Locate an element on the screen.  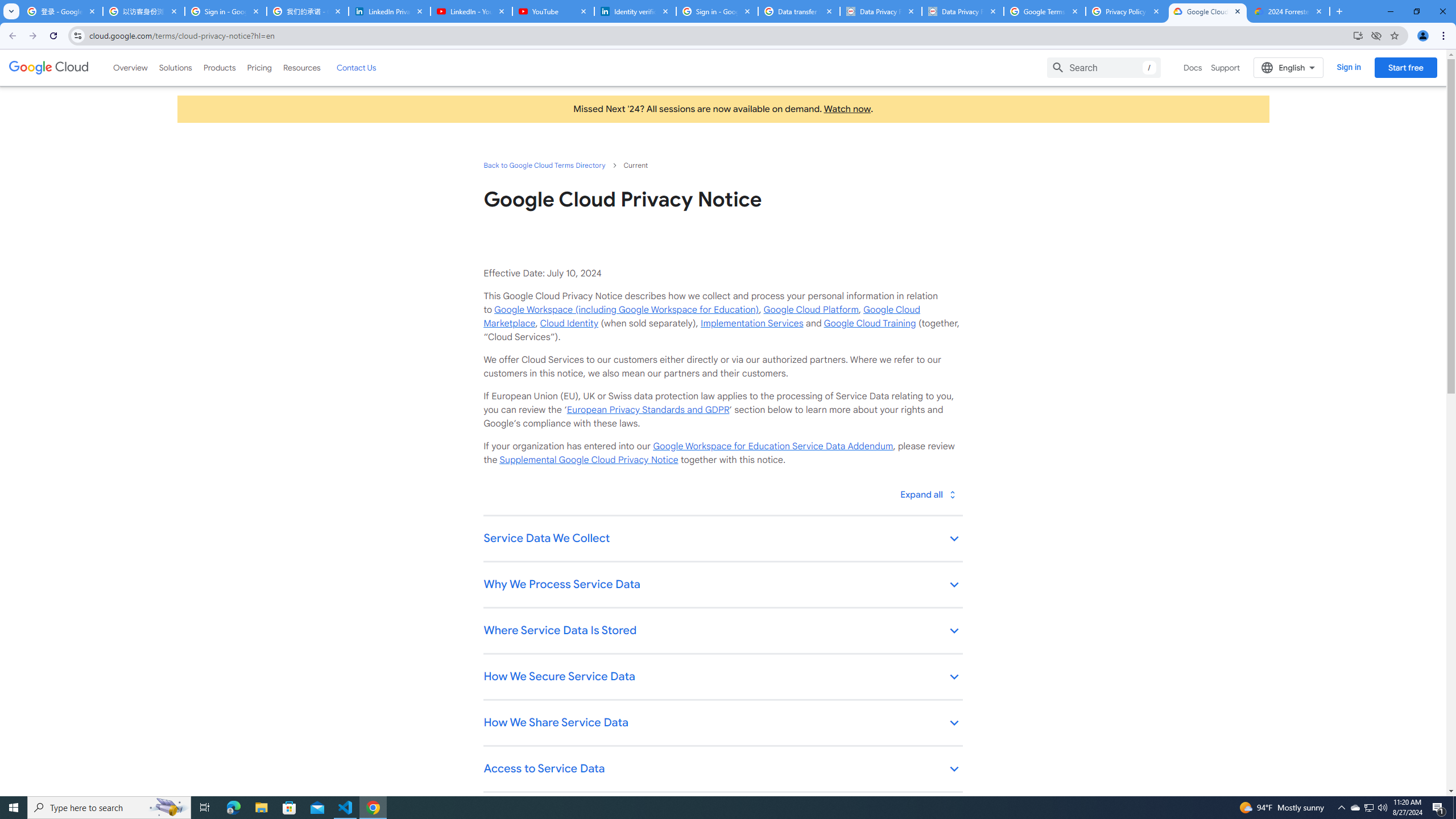
'Sign in' is located at coordinates (1349, 67).